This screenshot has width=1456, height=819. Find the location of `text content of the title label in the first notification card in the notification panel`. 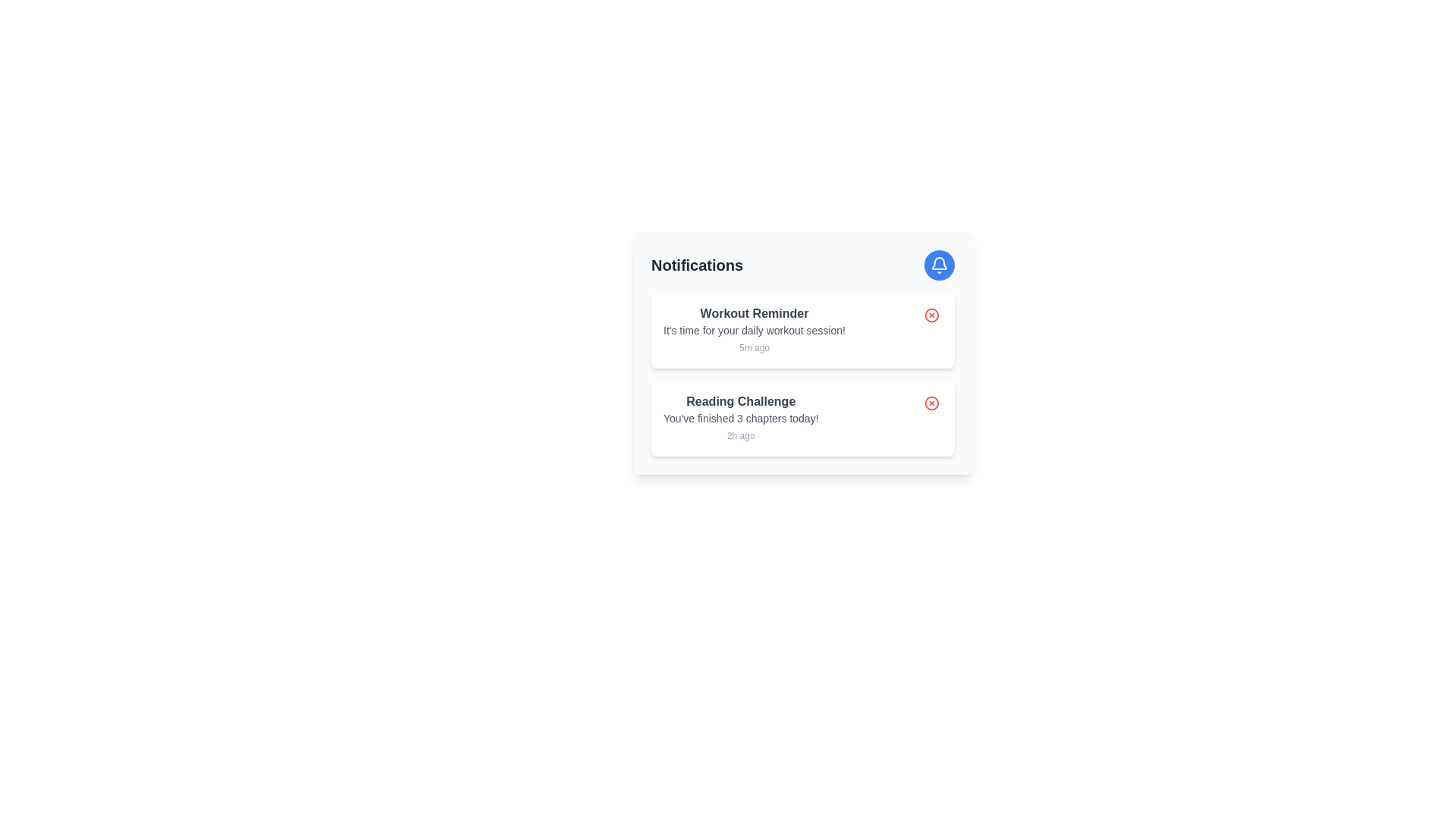

text content of the title label in the first notification card in the notification panel is located at coordinates (754, 312).